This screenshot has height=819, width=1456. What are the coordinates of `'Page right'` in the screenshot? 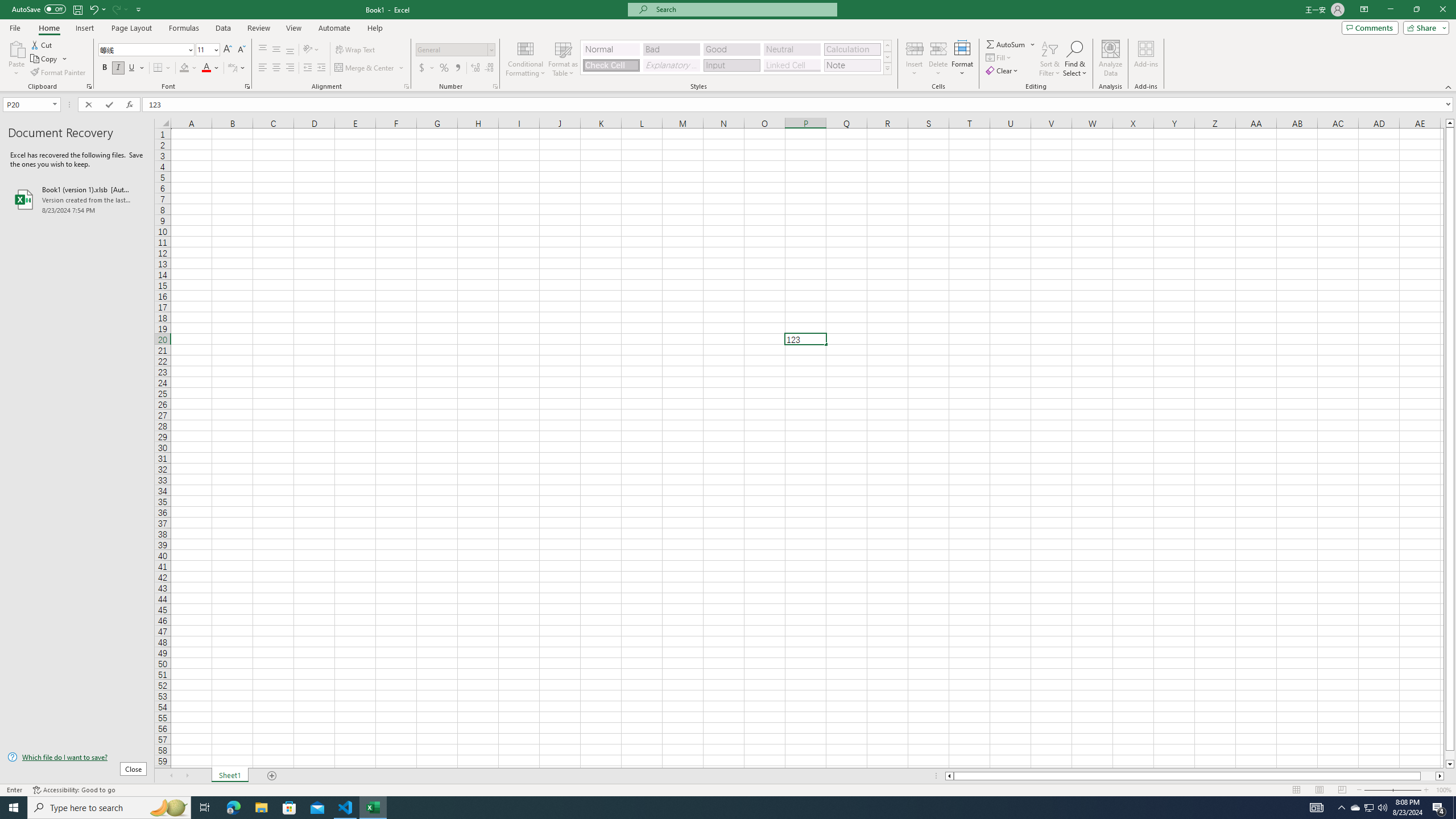 It's located at (1428, 775).